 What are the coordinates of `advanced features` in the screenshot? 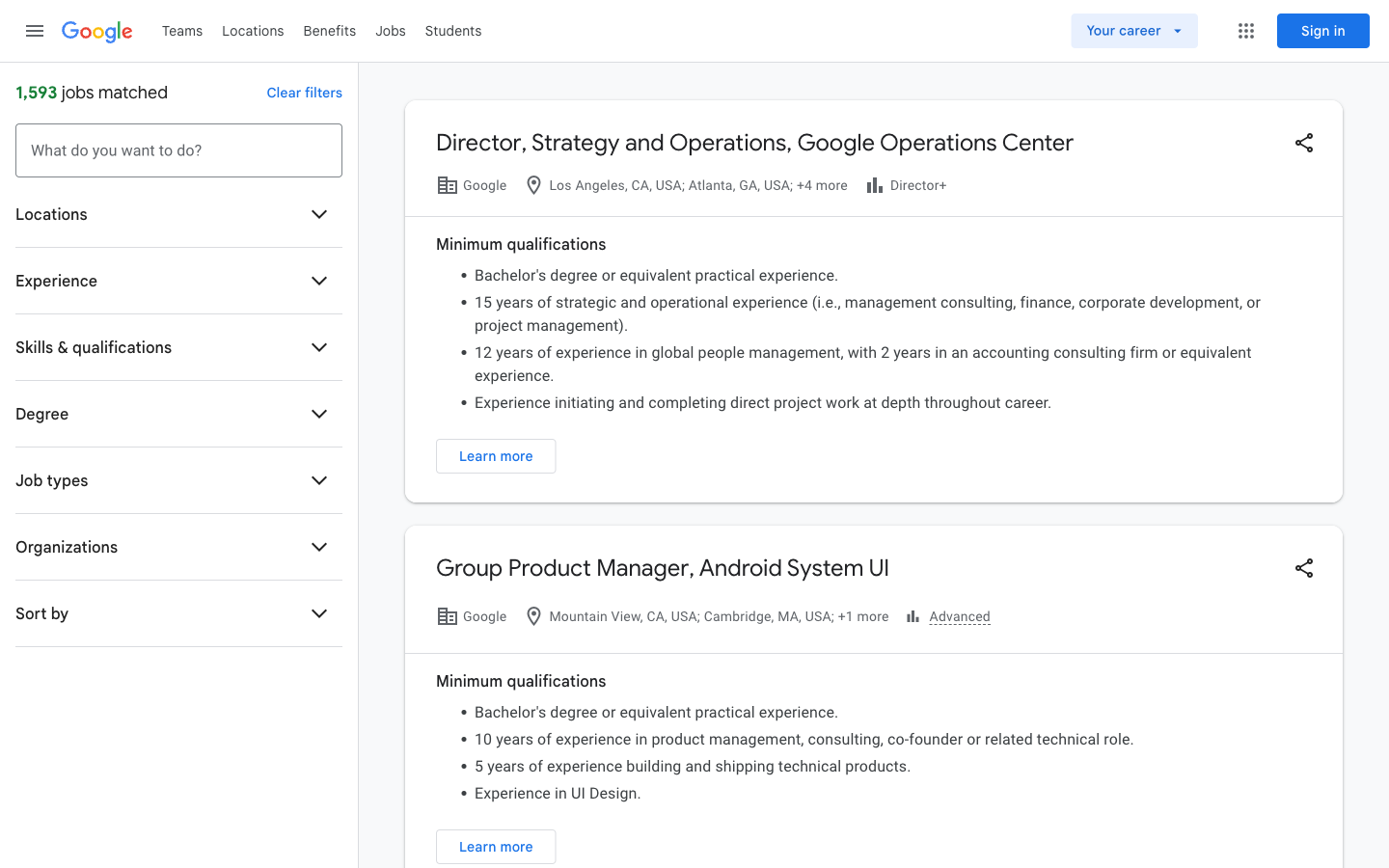 It's located at (946, 616).